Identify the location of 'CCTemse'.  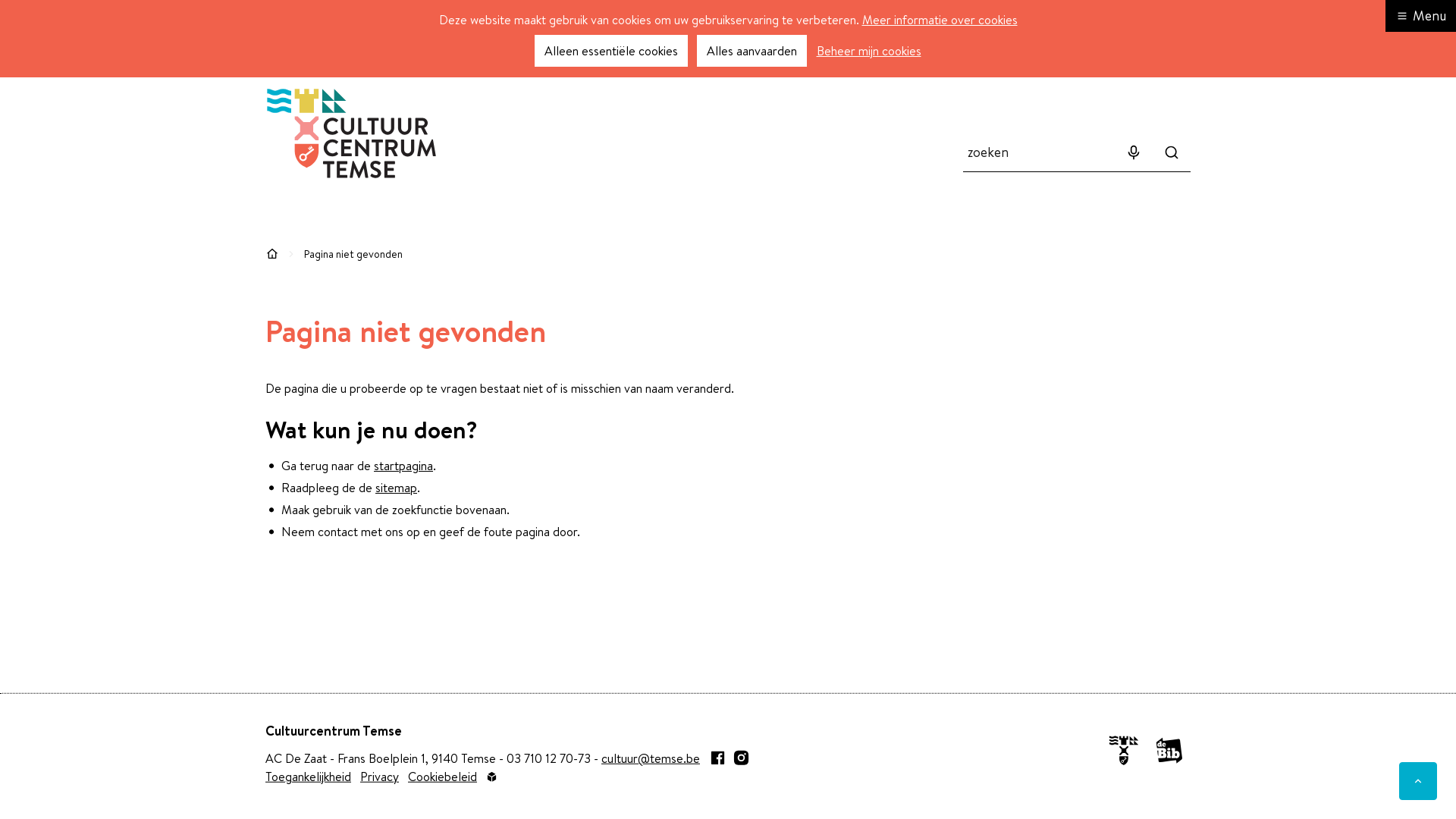
(350, 133).